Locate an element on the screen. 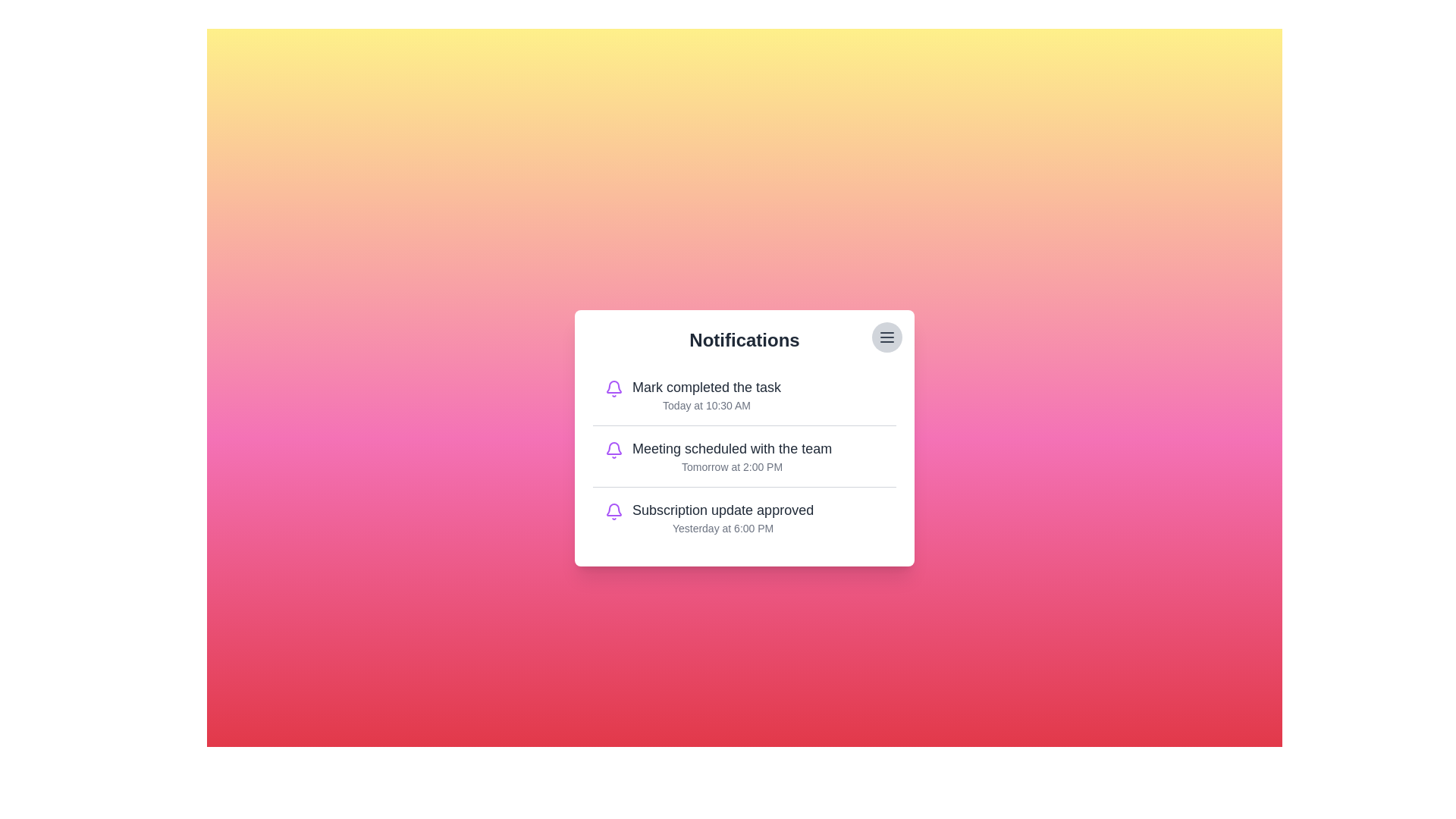 The width and height of the screenshot is (1456, 819). the notification to view its details is located at coordinates (745, 438).